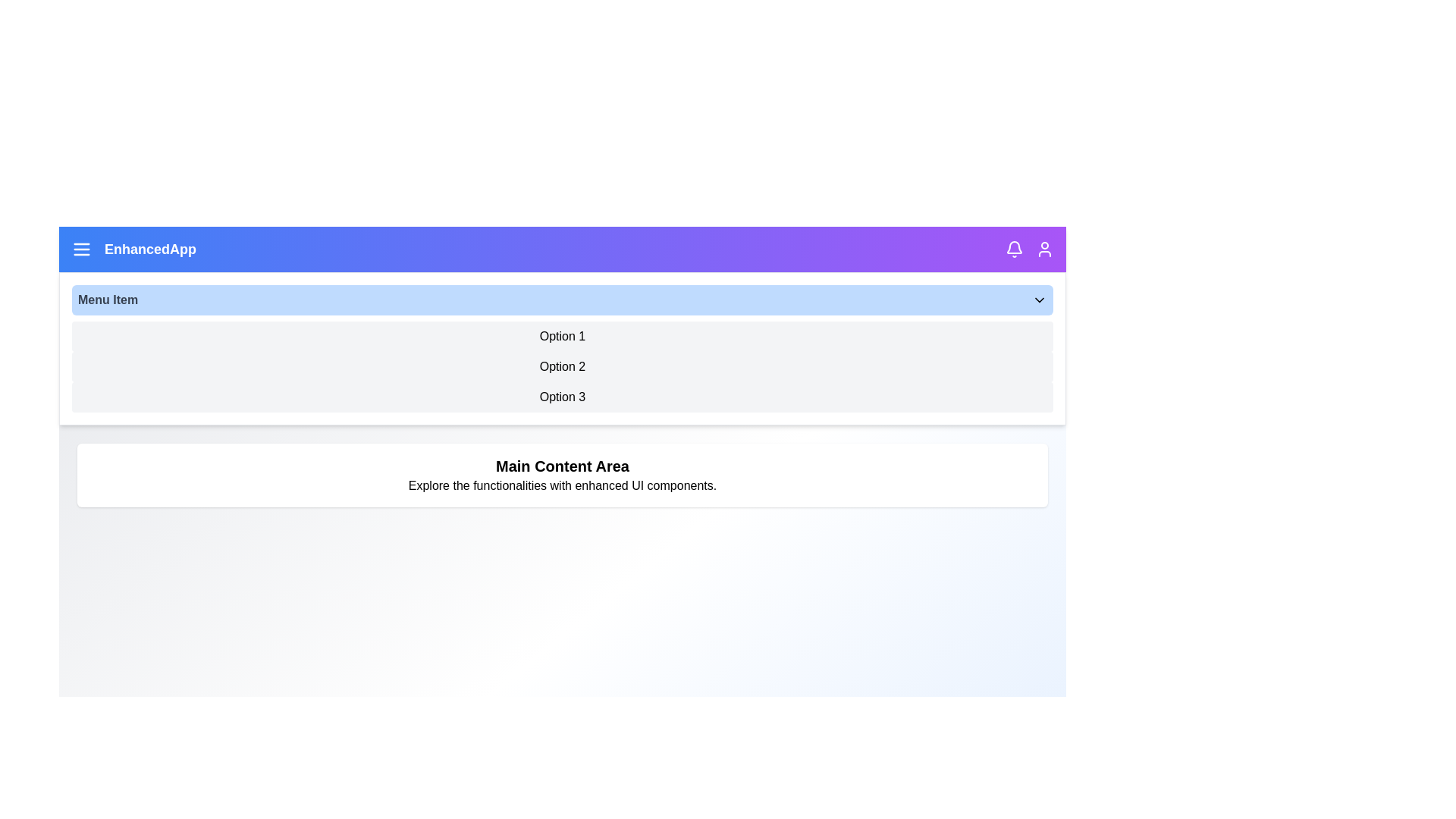 This screenshot has width=1456, height=819. I want to click on the main content area text, so click(562, 475).